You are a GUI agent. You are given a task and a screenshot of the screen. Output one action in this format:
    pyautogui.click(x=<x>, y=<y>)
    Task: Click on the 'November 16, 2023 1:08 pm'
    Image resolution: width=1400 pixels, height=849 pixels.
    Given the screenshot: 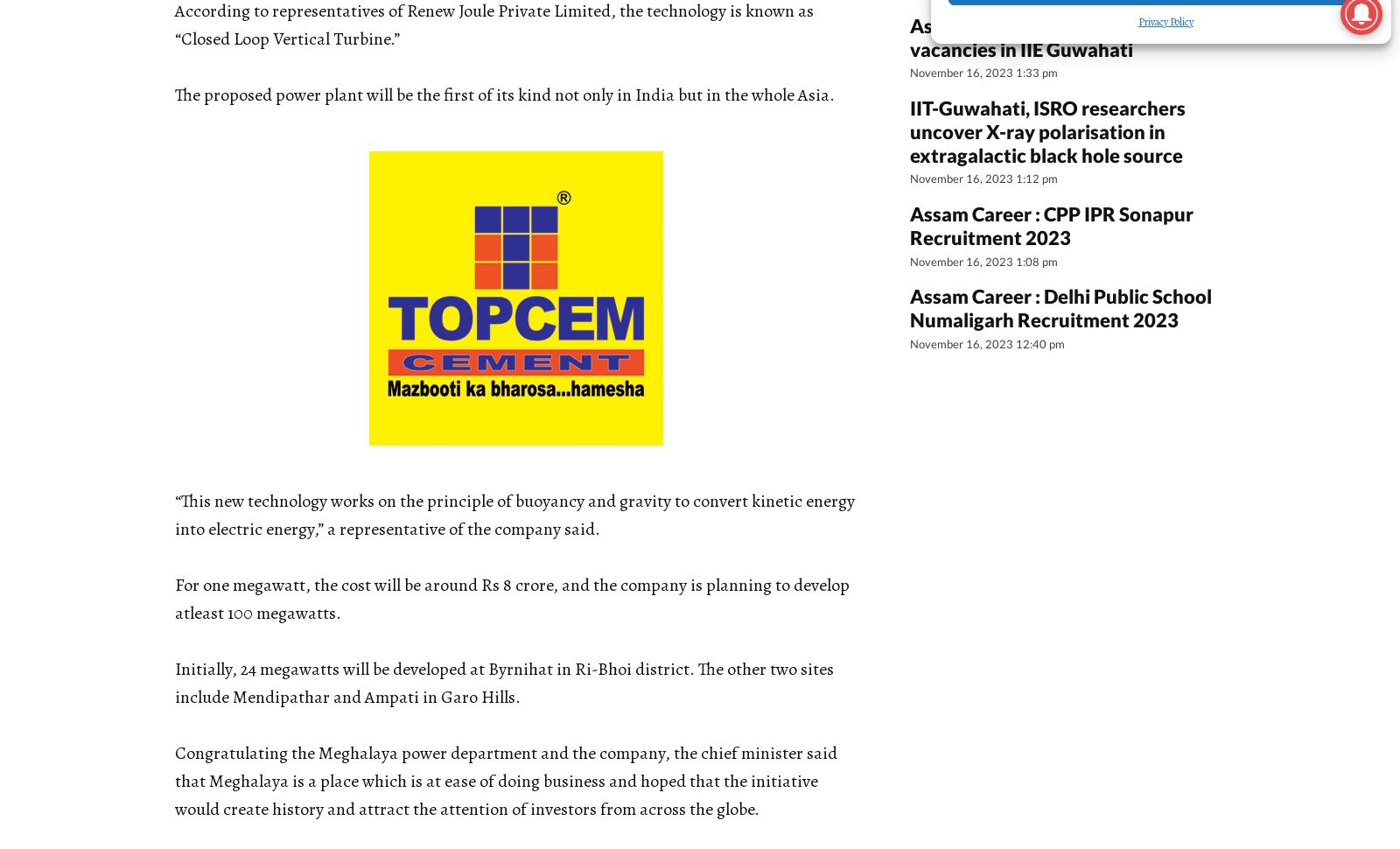 What is the action you would take?
    pyautogui.click(x=983, y=260)
    